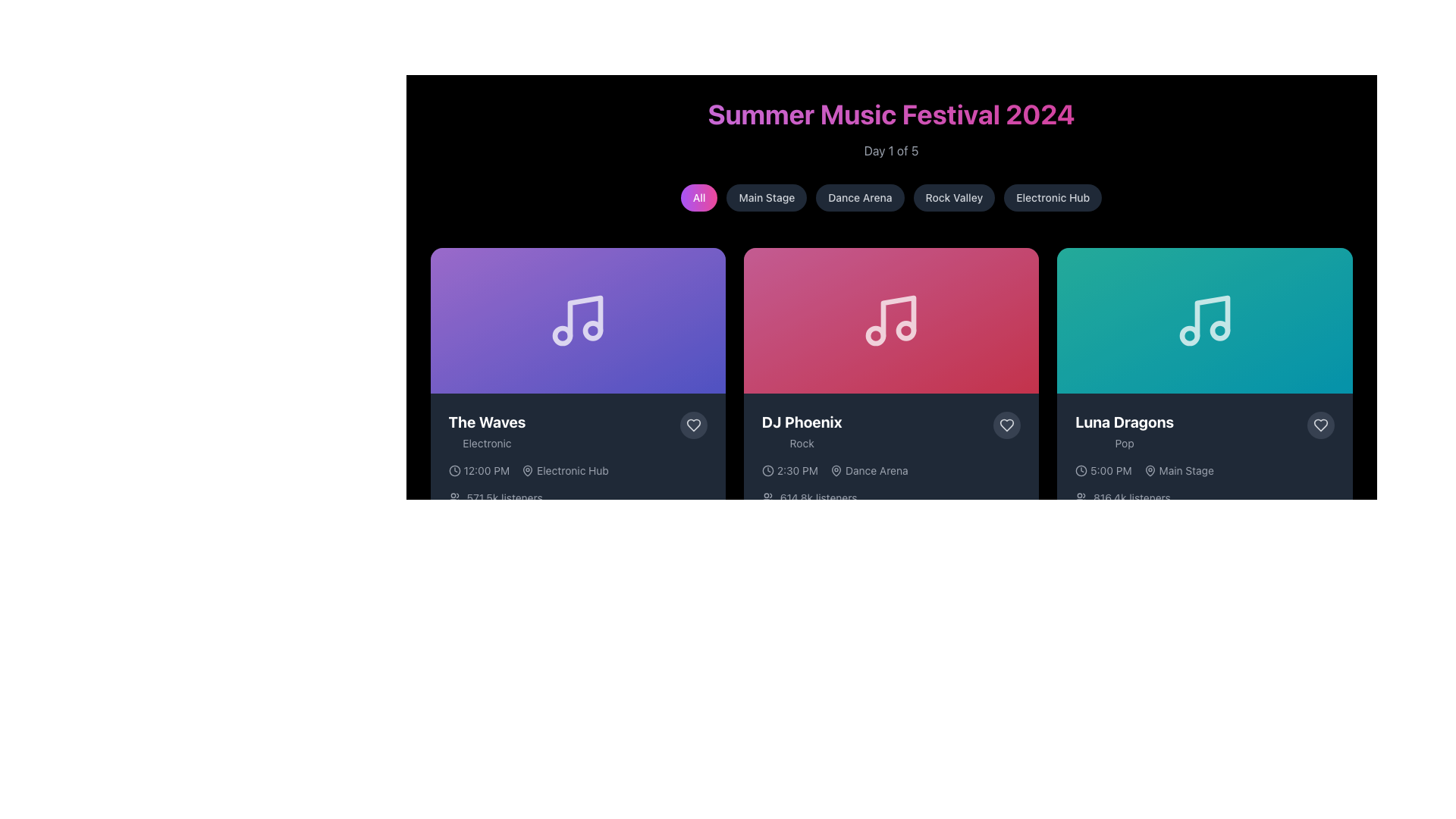  What do you see at coordinates (767, 470) in the screenshot?
I see `the clock icon with a thin outline located to the left of the text '2:30 PM' in the event card labeled 'DJ Phoenix'` at bounding box center [767, 470].